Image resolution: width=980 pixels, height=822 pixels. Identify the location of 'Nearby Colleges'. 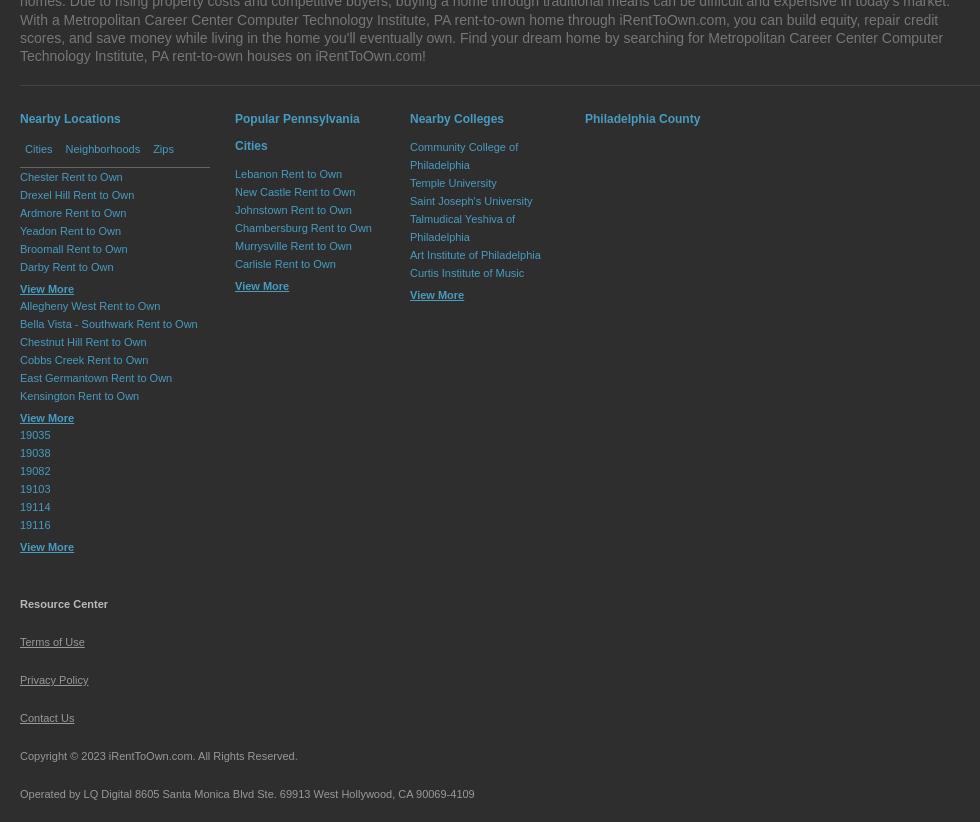
(456, 118).